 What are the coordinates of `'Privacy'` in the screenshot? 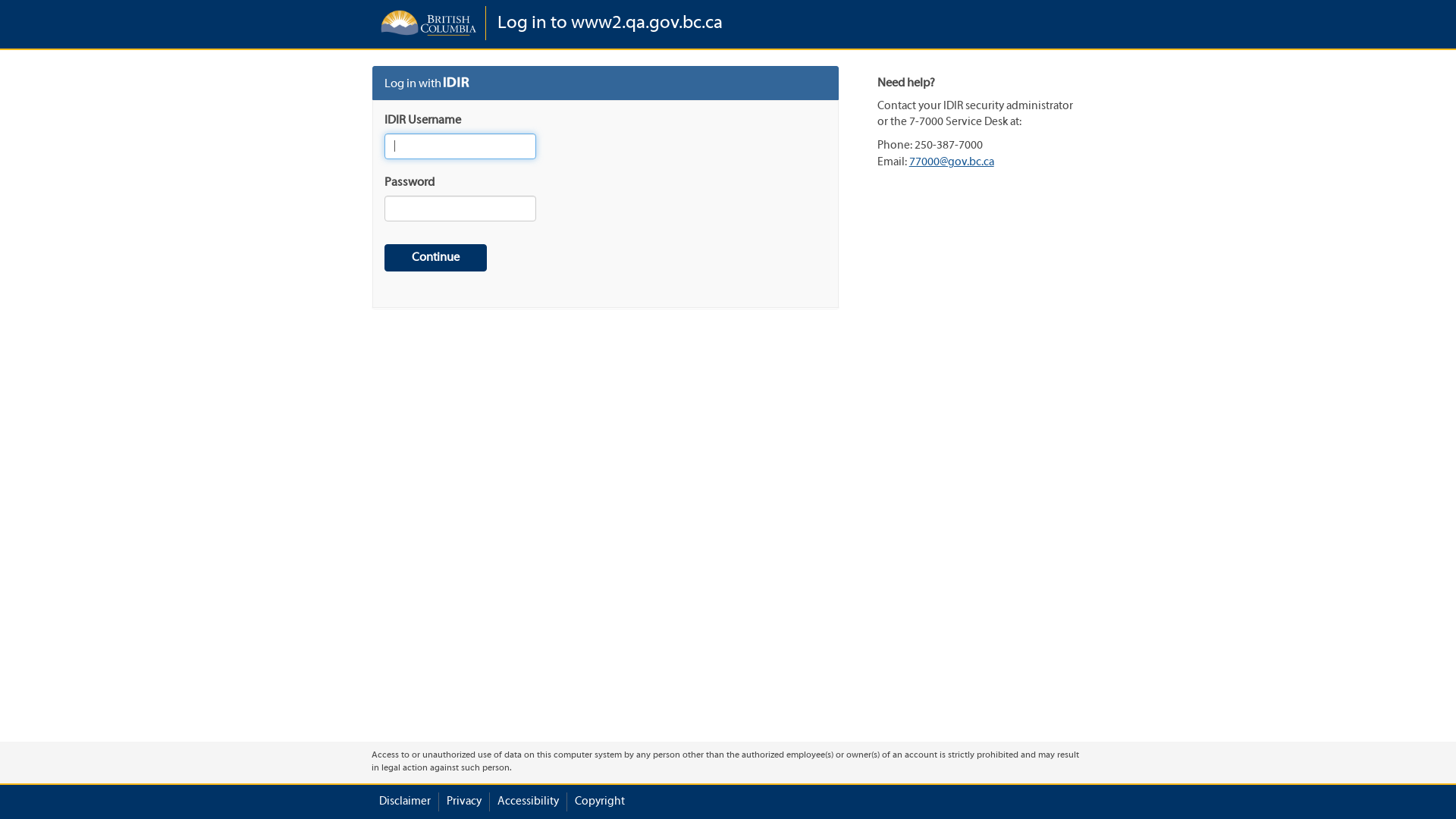 It's located at (463, 801).